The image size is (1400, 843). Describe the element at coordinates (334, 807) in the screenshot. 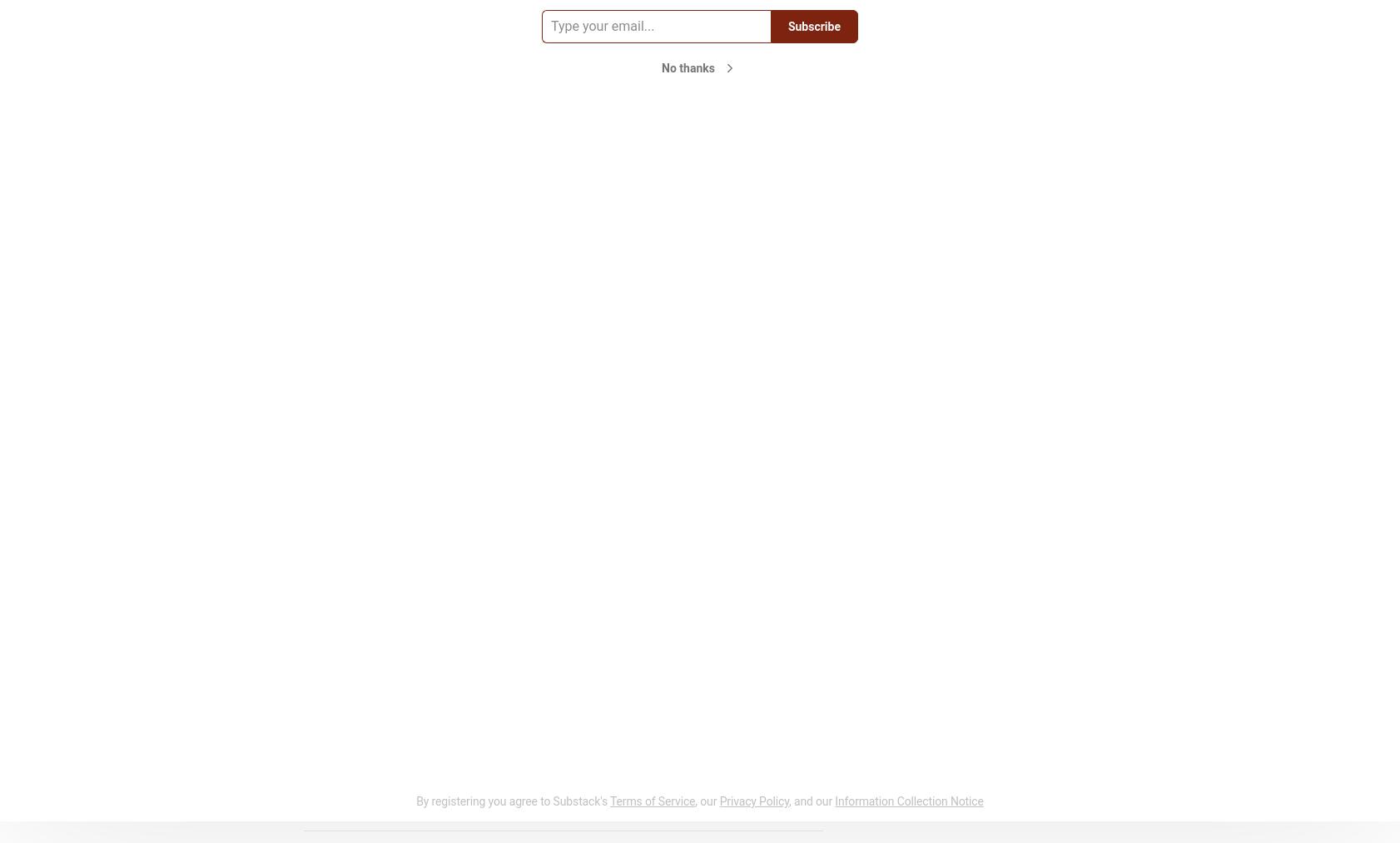

I see `'4'` at that location.